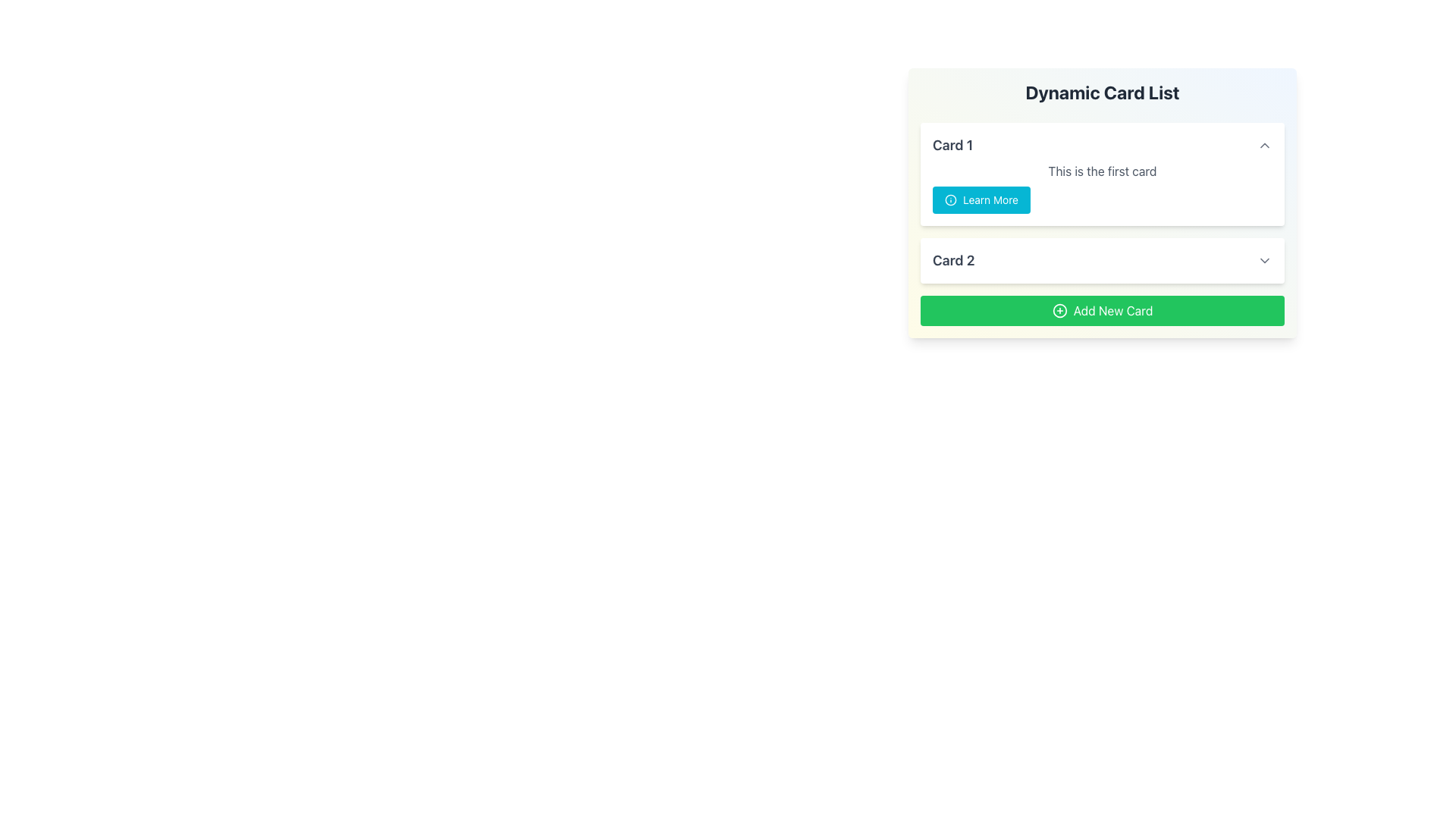 This screenshot has width=1456, height=819. Describe the element at coordinates (1103, 309) in the screenshot. I see `the interactive button for adding a new card, located at the bottom of the list beneath 'Card 2'` at that location.